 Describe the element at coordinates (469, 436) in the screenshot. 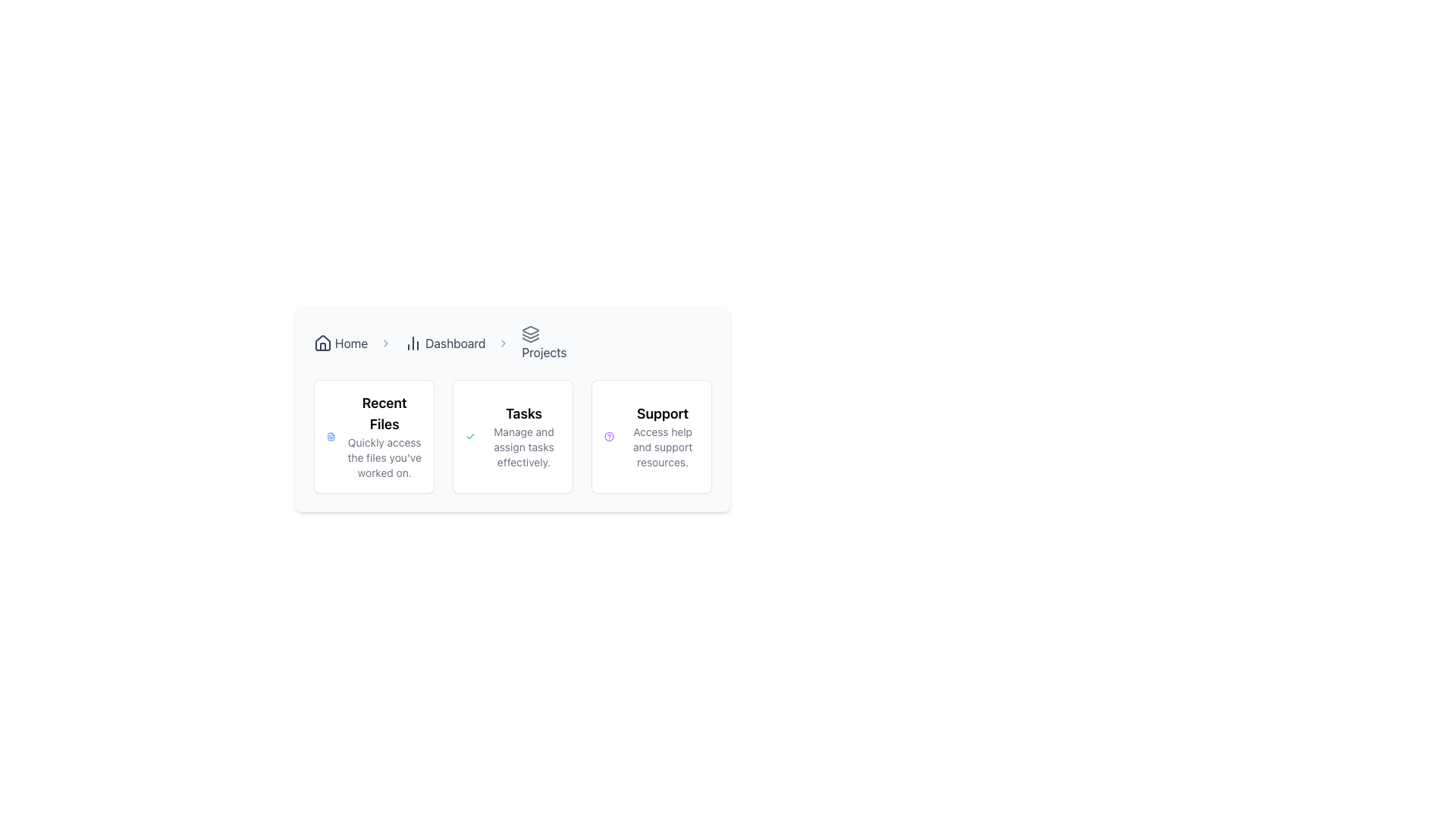

I see `the Checkmark icon that visually represents the completion of tasks in the 'Tasks' card` at that location.